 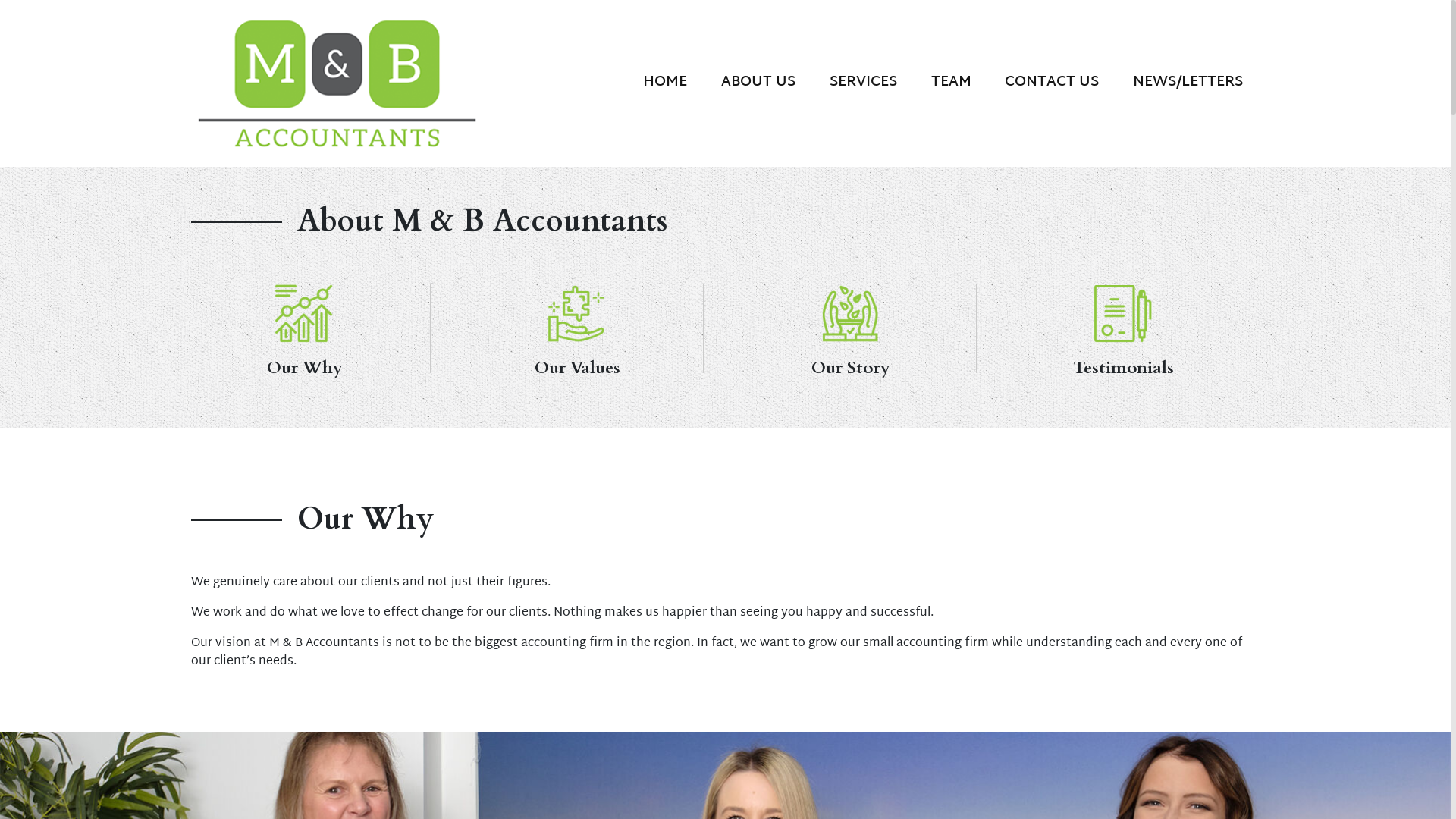 What do you see at coordinates (665, 81) in the screenshot?
I see `'HOME'` at bounding box center [665, 81].